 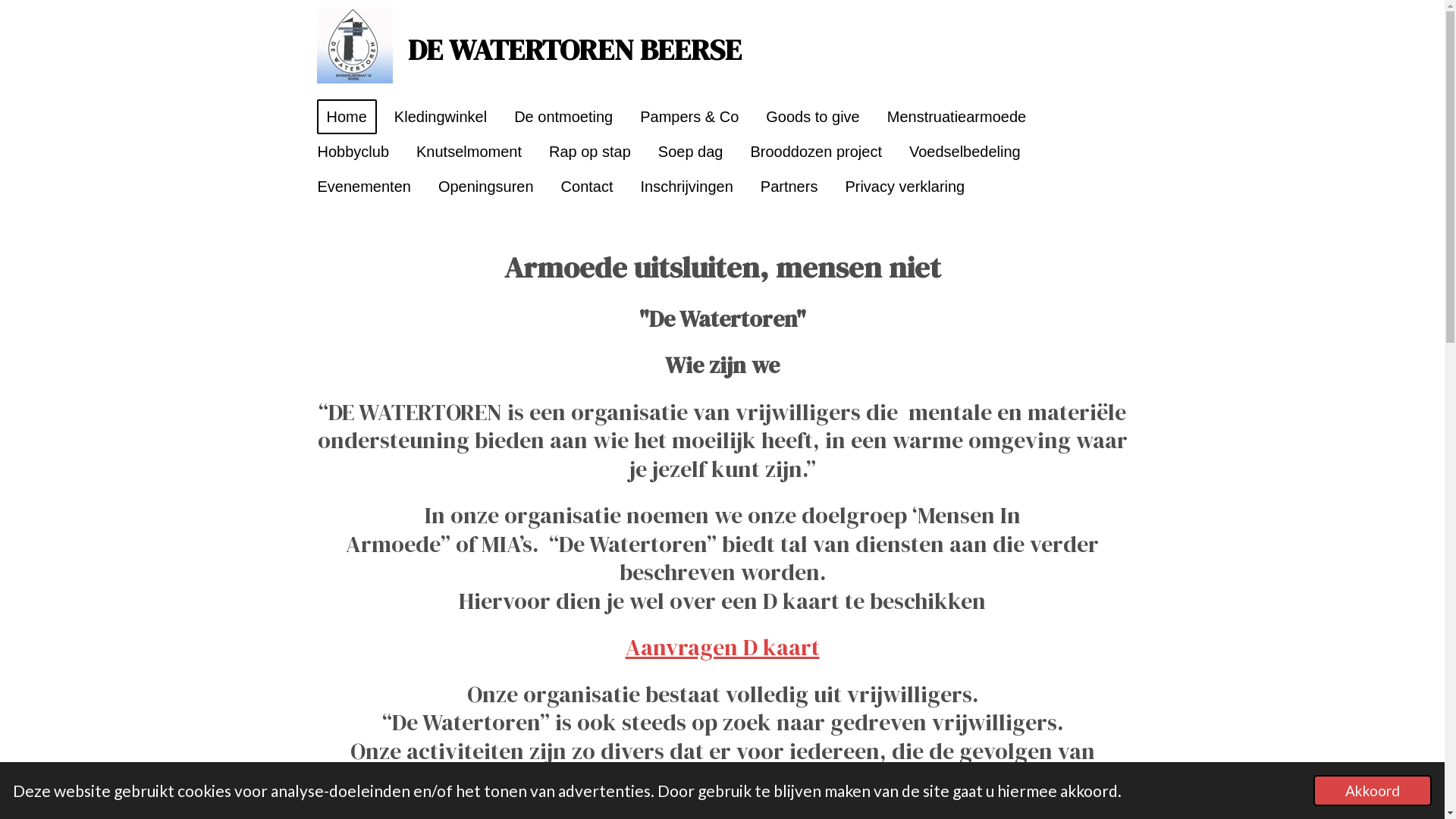 What do you see at coordinates (486, 186) in the screenshot?
I see `'Openingsuren'` at bounding box center [486, 186].